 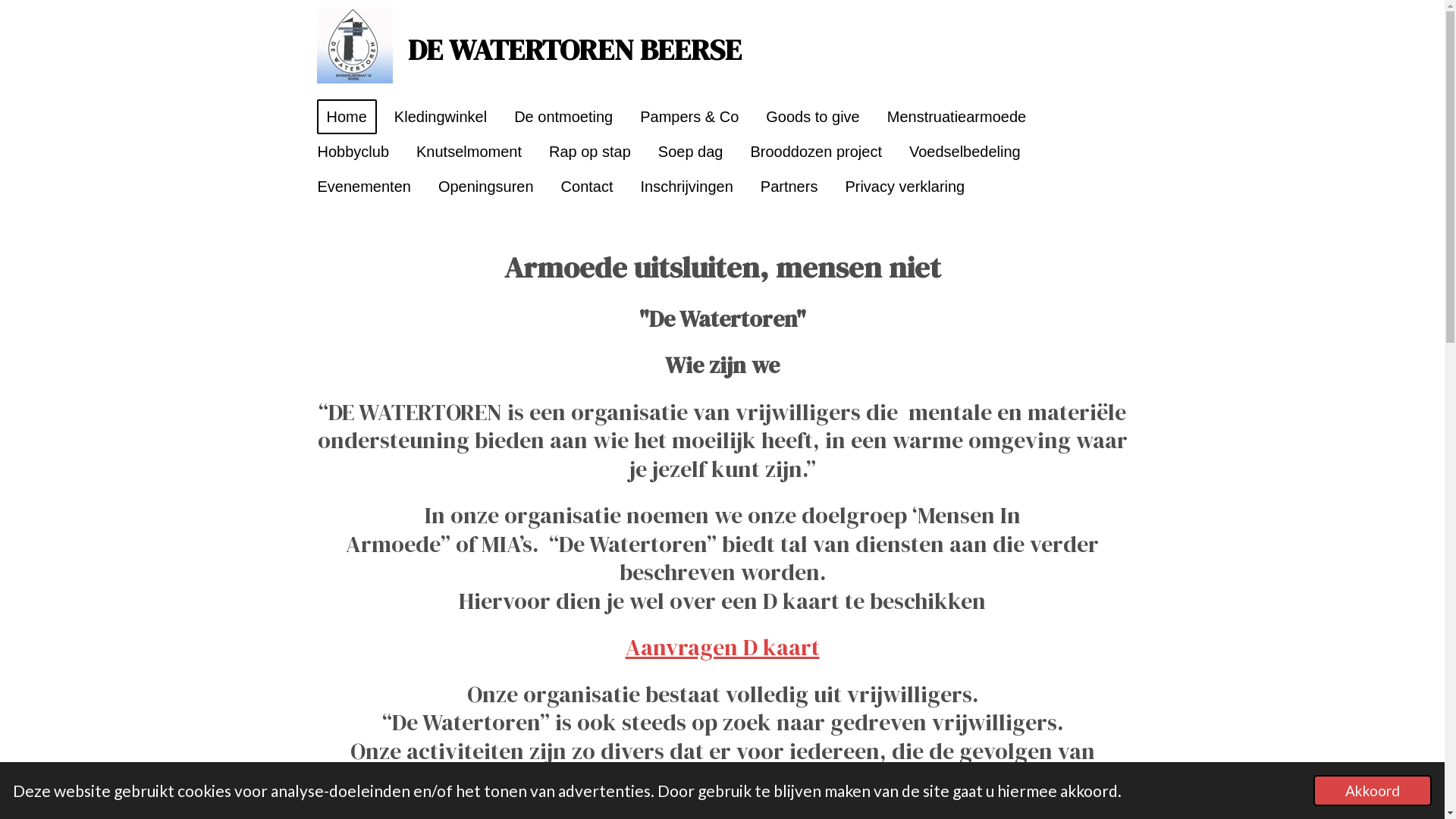 What do you see at coordinates (486, 186) in the screenshot?
I see `'Openingsuren'` at bounding box center [486, 186].